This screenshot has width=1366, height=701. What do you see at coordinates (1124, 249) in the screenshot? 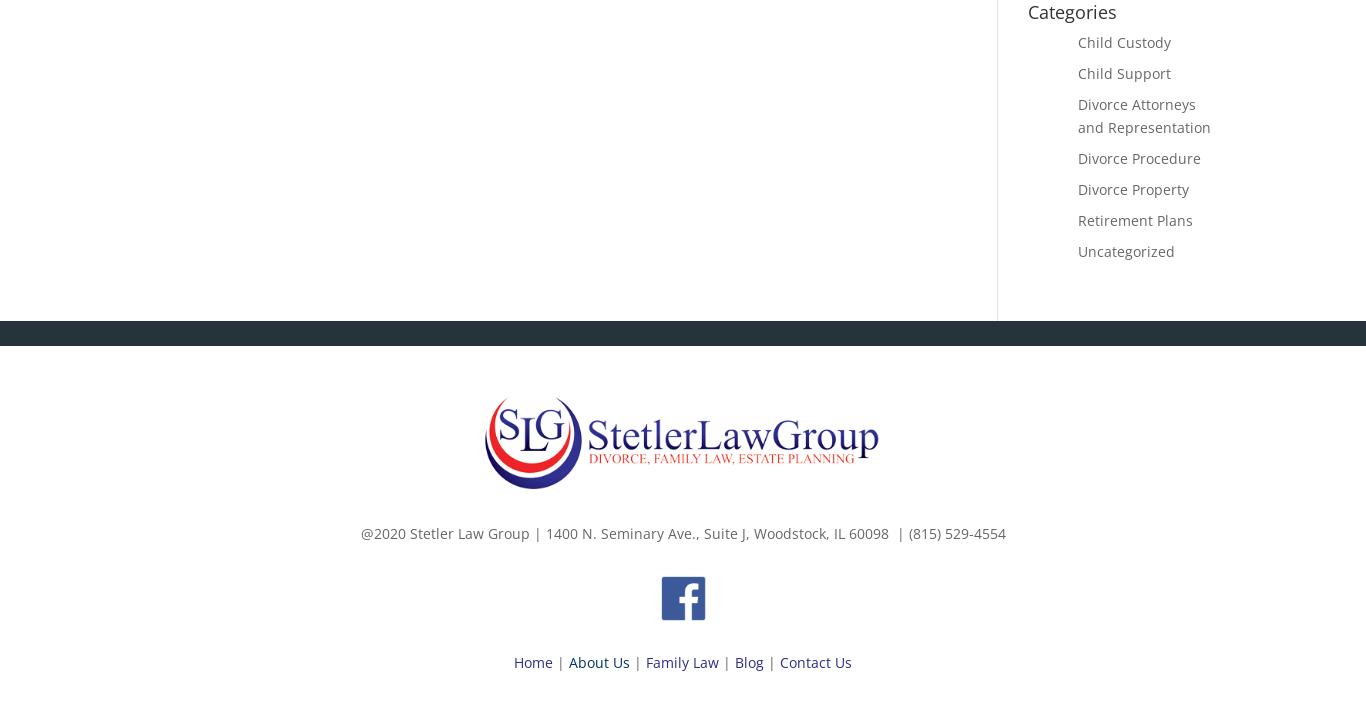
I see `'Uncategorized'` at bounding box center [1124, 249].